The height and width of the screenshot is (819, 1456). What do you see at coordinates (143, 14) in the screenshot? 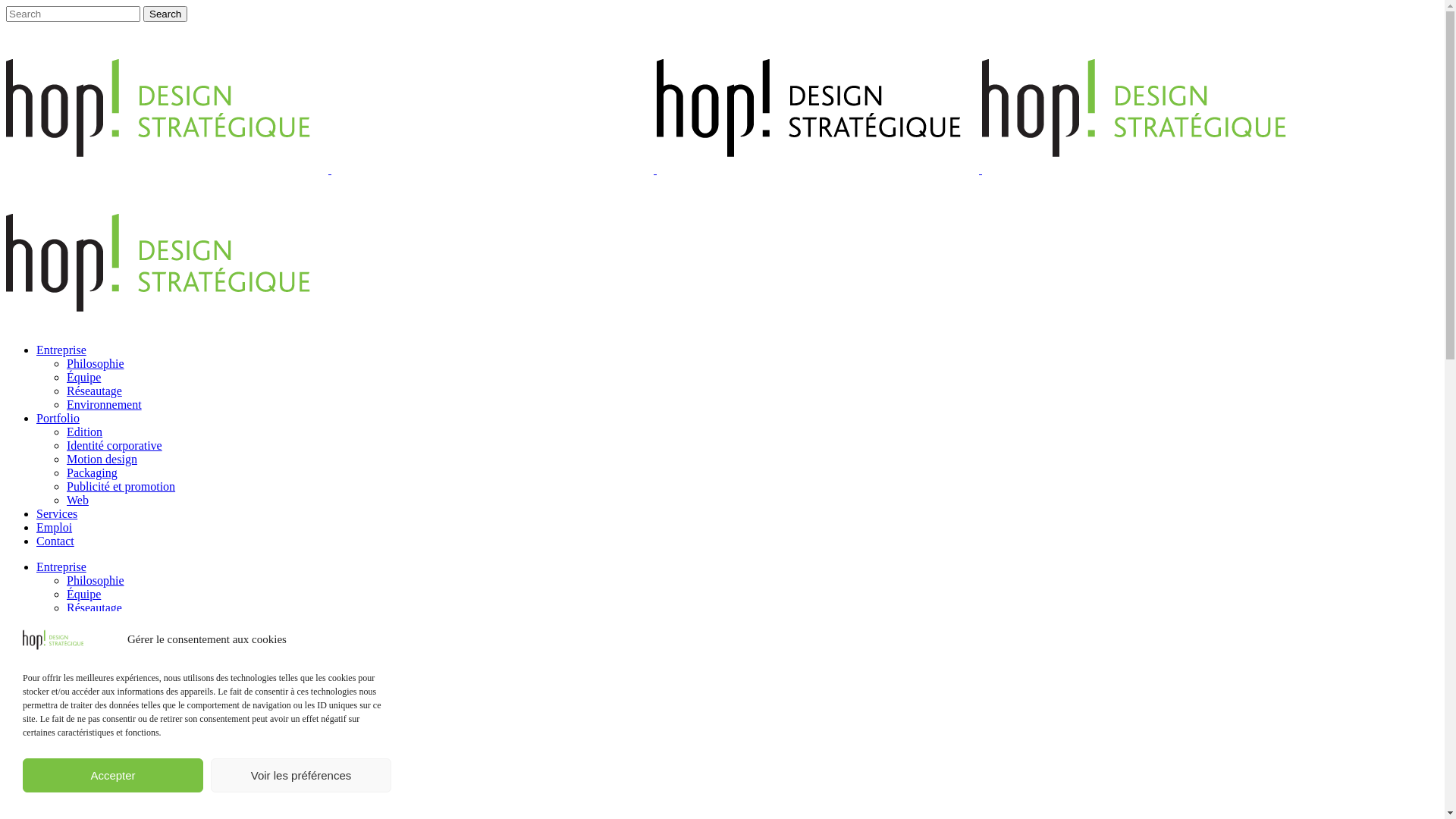
I see `'Search'` at bounding box center [143, 14].